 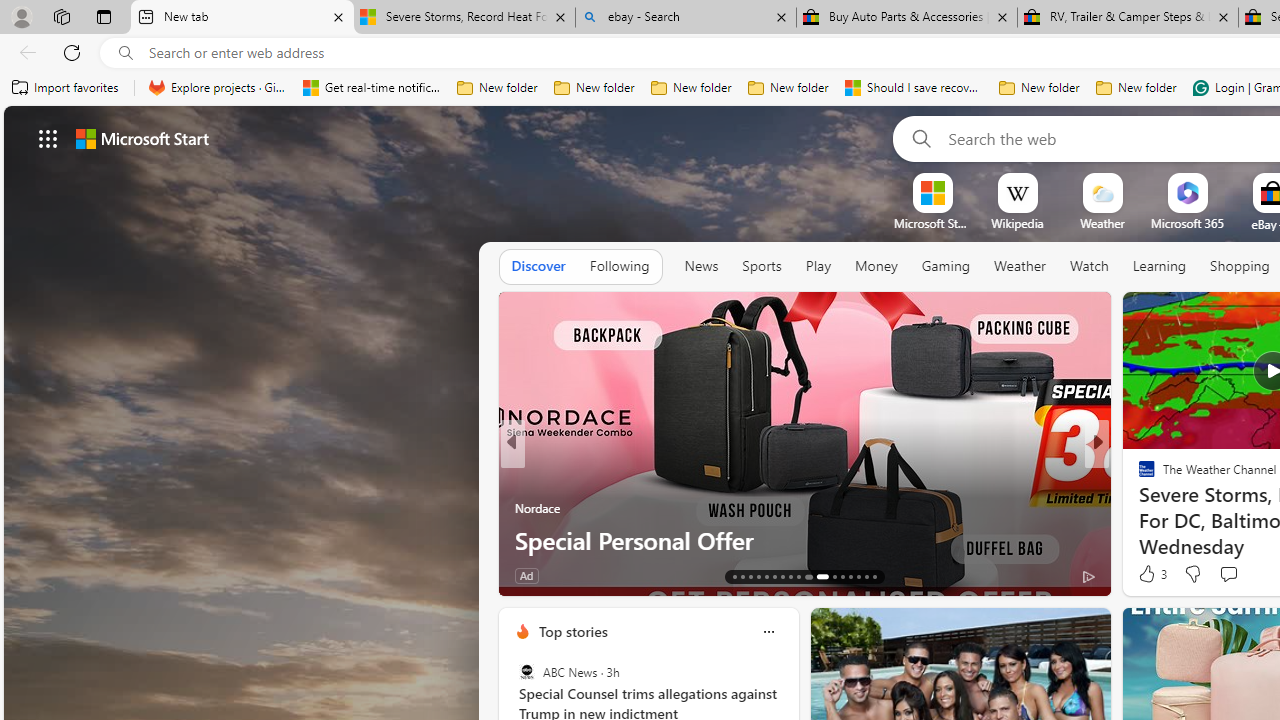 What do you see at coordinates (906, 17) in the screenshot?
I see `'Buy Auto Parts & Accessories | eBay'` at bounding box center [906, 17].